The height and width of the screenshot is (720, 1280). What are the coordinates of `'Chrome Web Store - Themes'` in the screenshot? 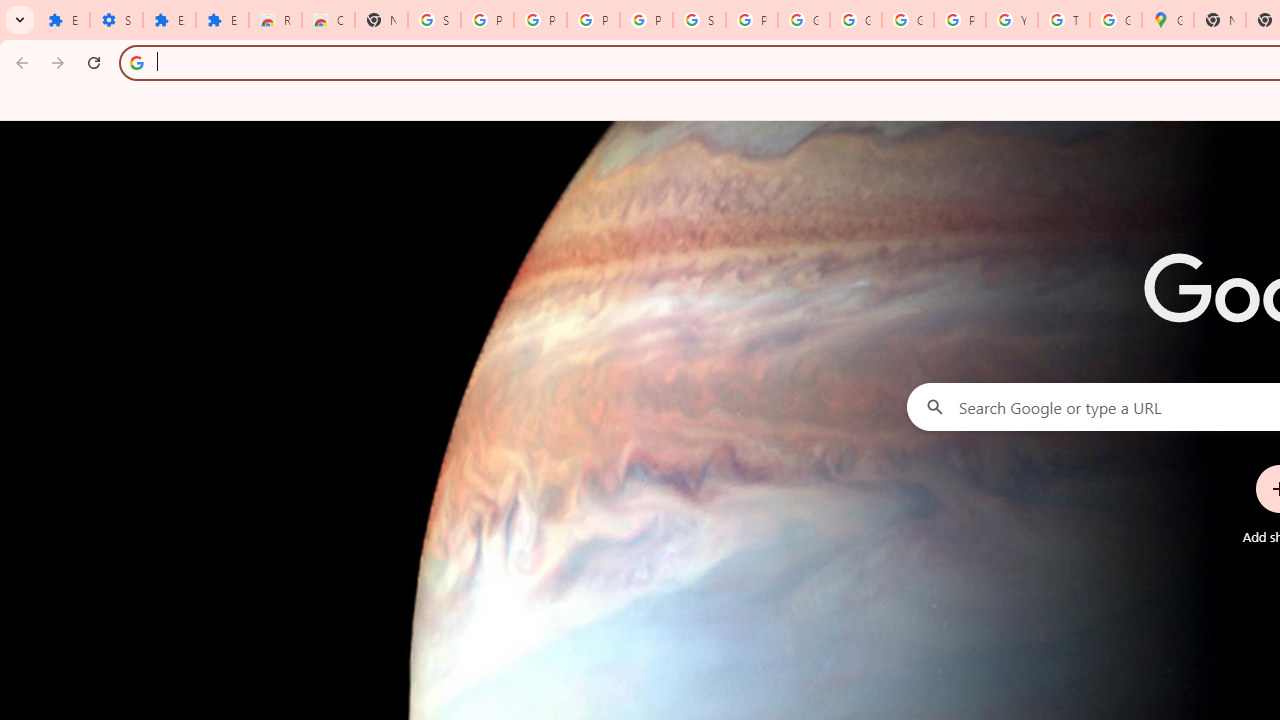 It's located at (328, 20).